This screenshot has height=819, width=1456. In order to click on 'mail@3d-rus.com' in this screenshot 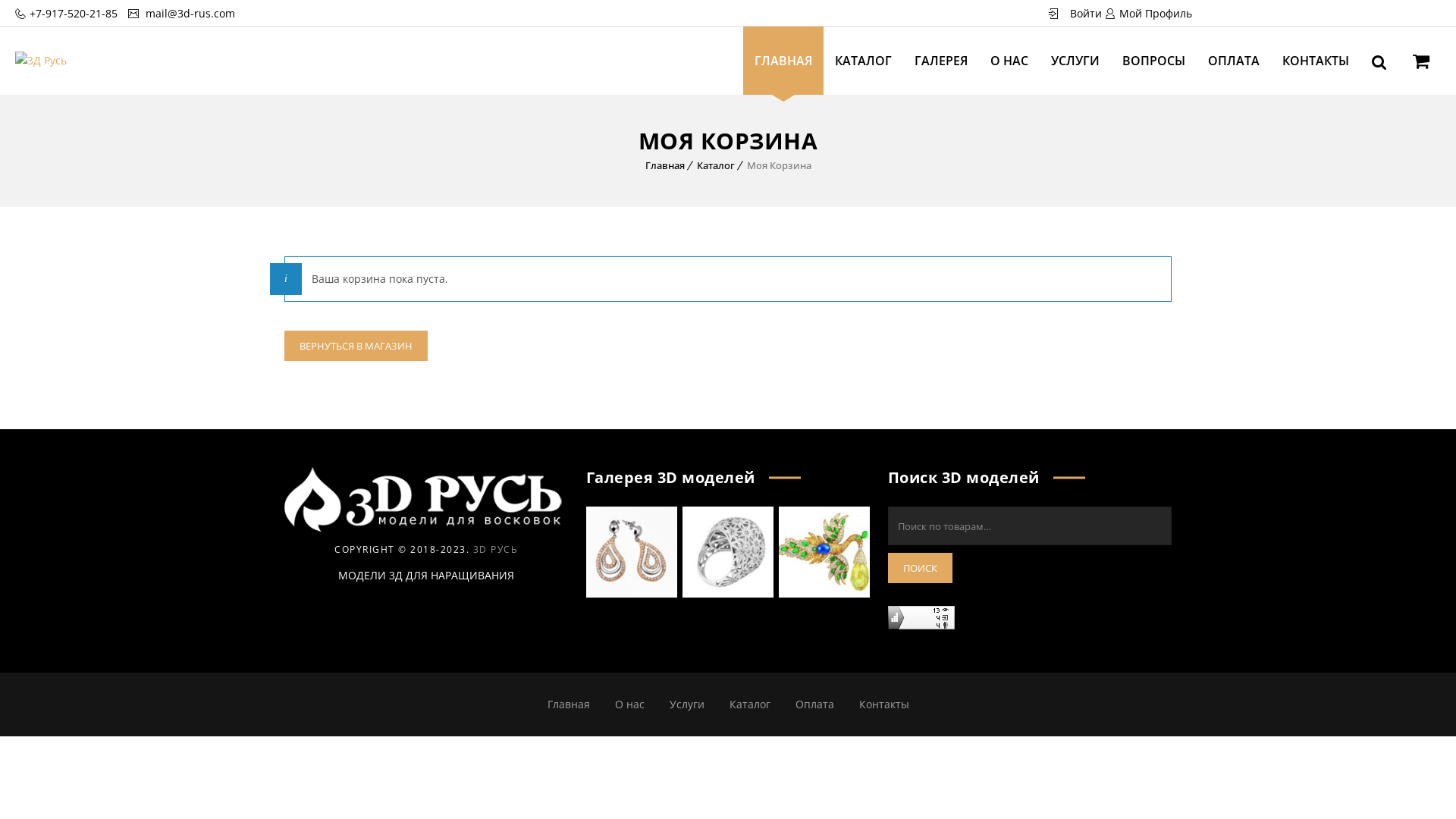, I will do `click(188, 13)`.